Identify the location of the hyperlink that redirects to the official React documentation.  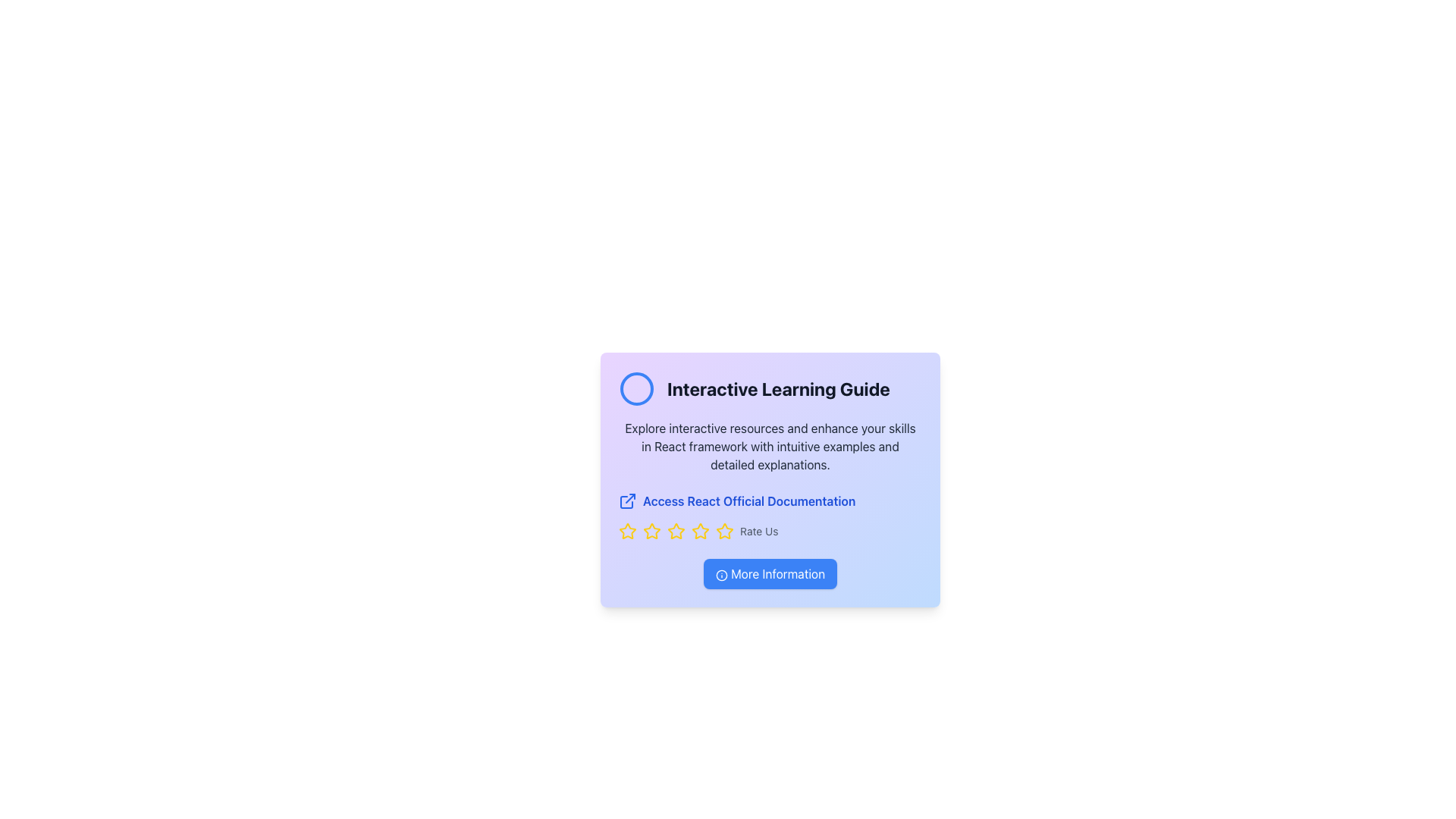
(749, 500).